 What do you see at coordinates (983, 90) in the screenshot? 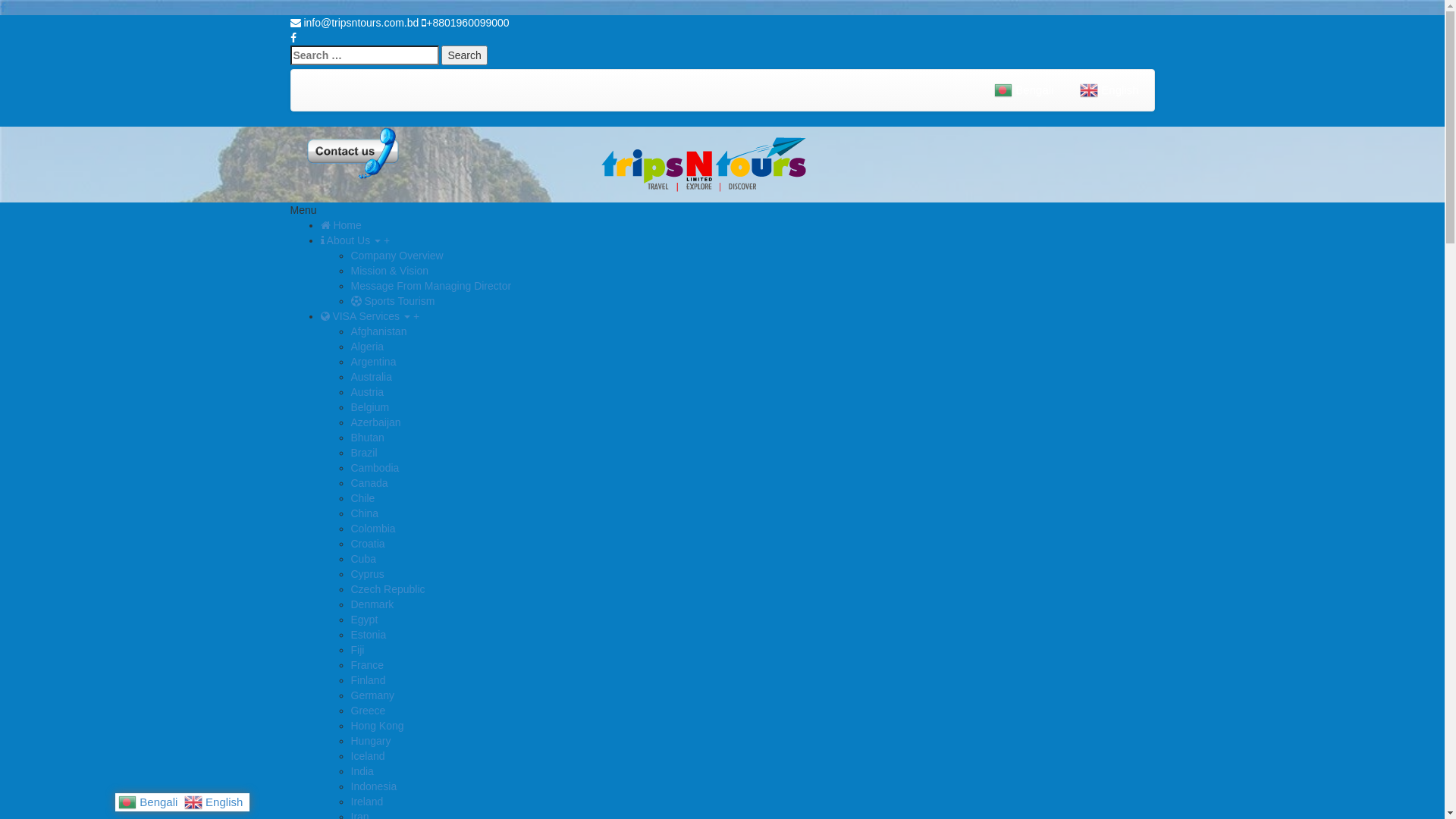
I see `'Bengali'` at bounding box center [983, 90].